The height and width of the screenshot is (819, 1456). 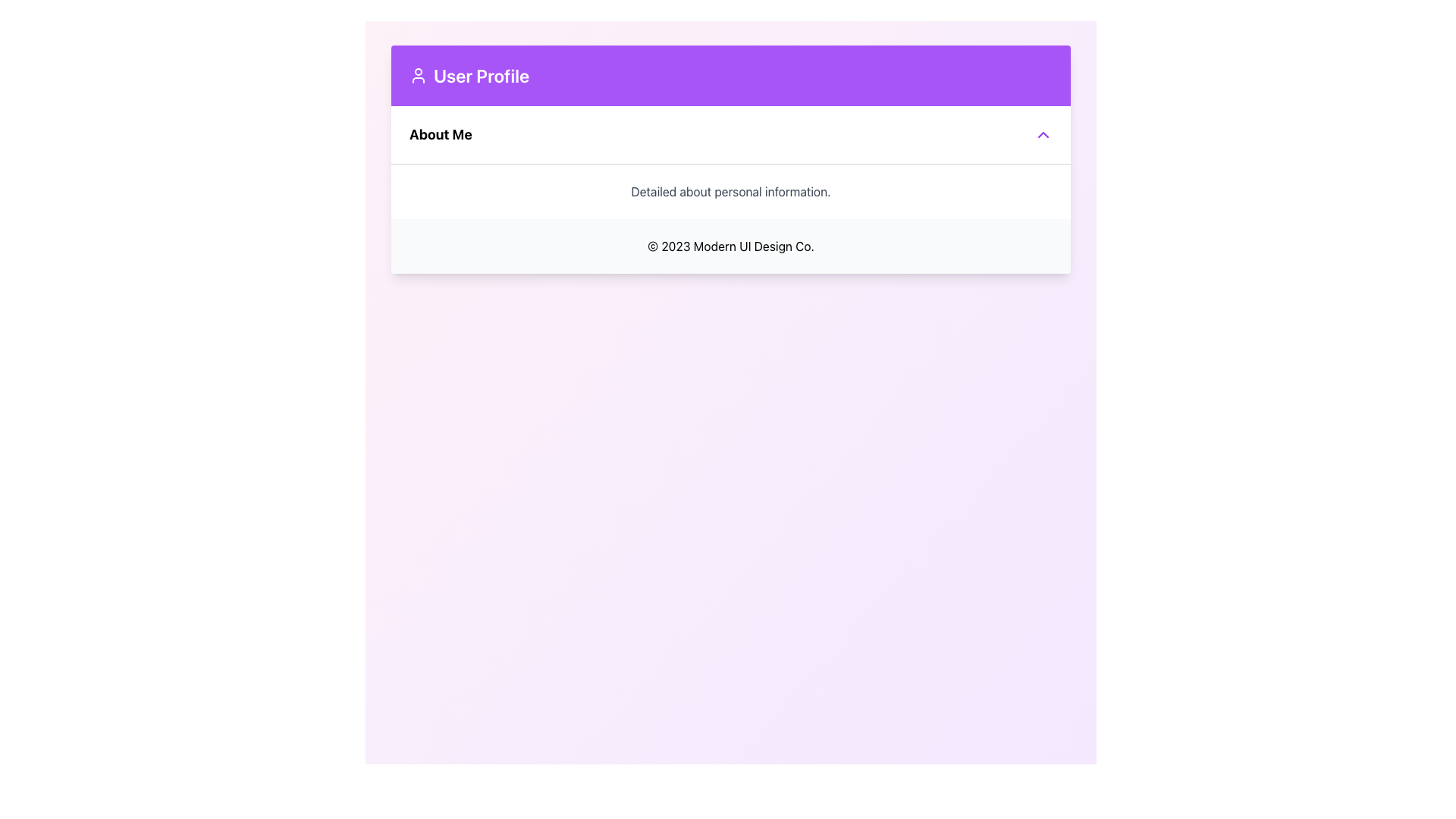 What do you see at coordinates (731, 191) in the screenshot?
I see `the static text displaying 'Detailed about personal information.' which is located below the 'About Me' section in a muted gray tone` at bounding box center [731, 191].